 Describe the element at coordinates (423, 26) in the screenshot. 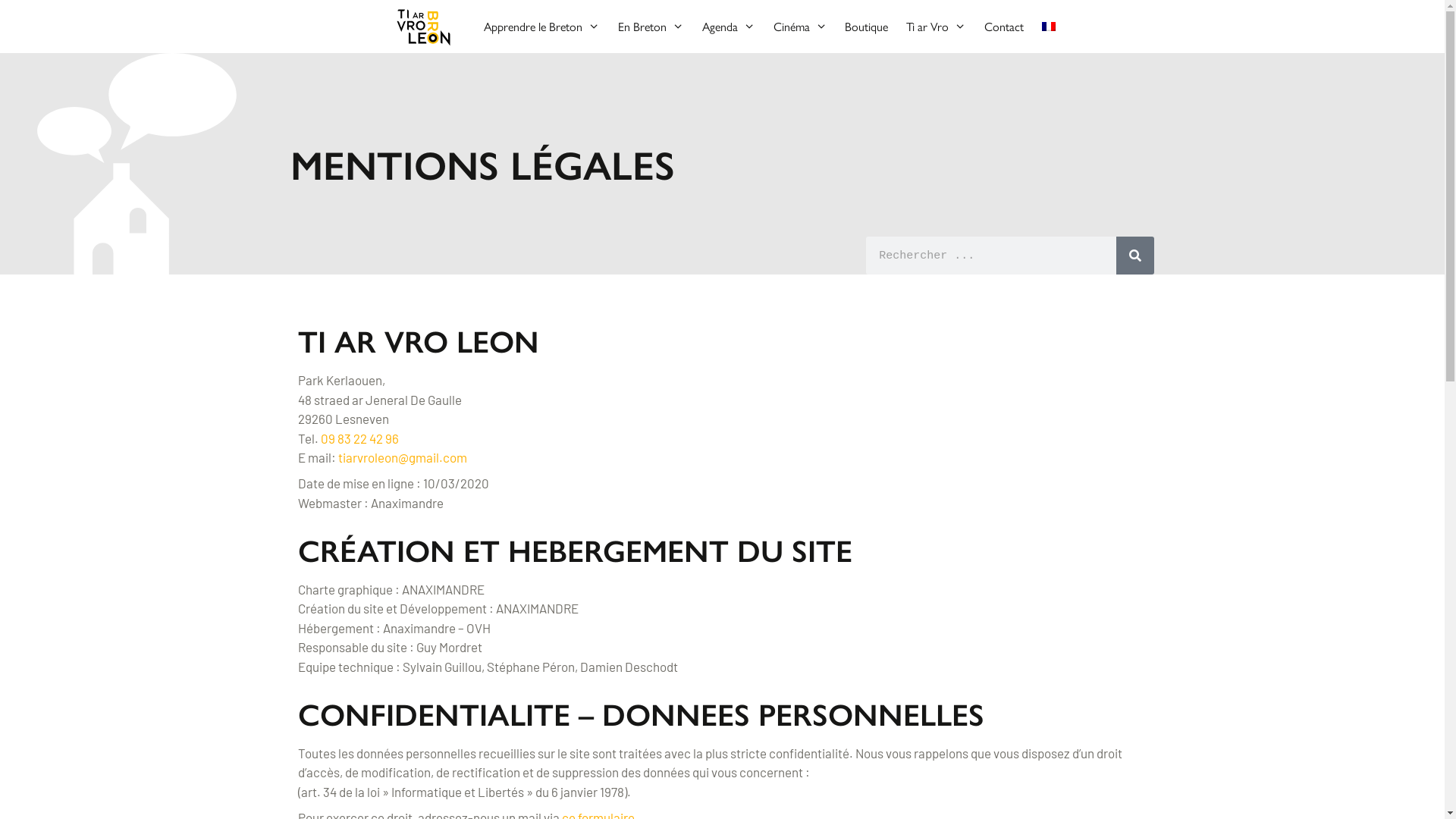

I see `'Tiarvro'` at that location.